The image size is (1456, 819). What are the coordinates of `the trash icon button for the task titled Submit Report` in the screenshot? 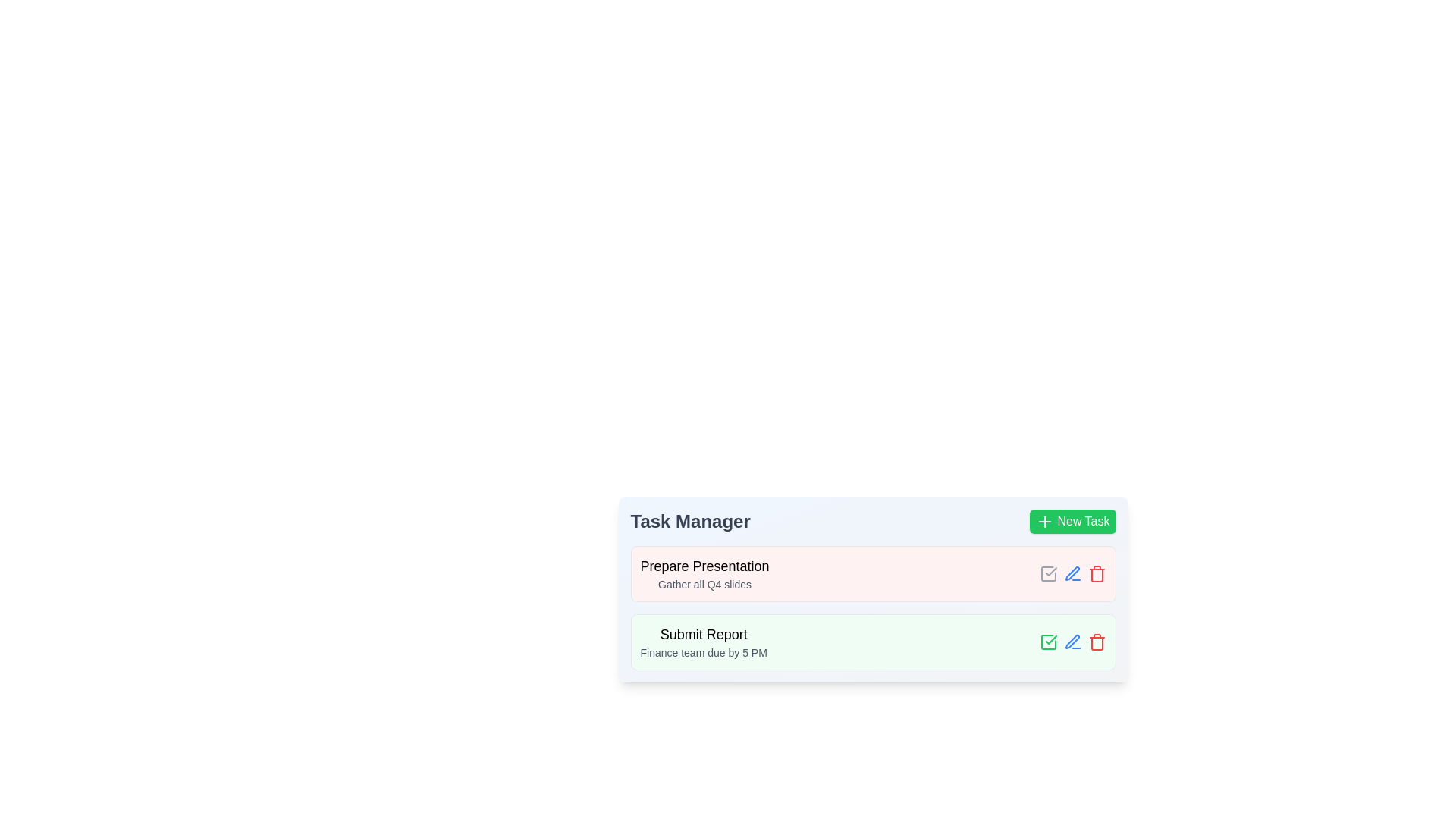 It's located at (1097, 642).